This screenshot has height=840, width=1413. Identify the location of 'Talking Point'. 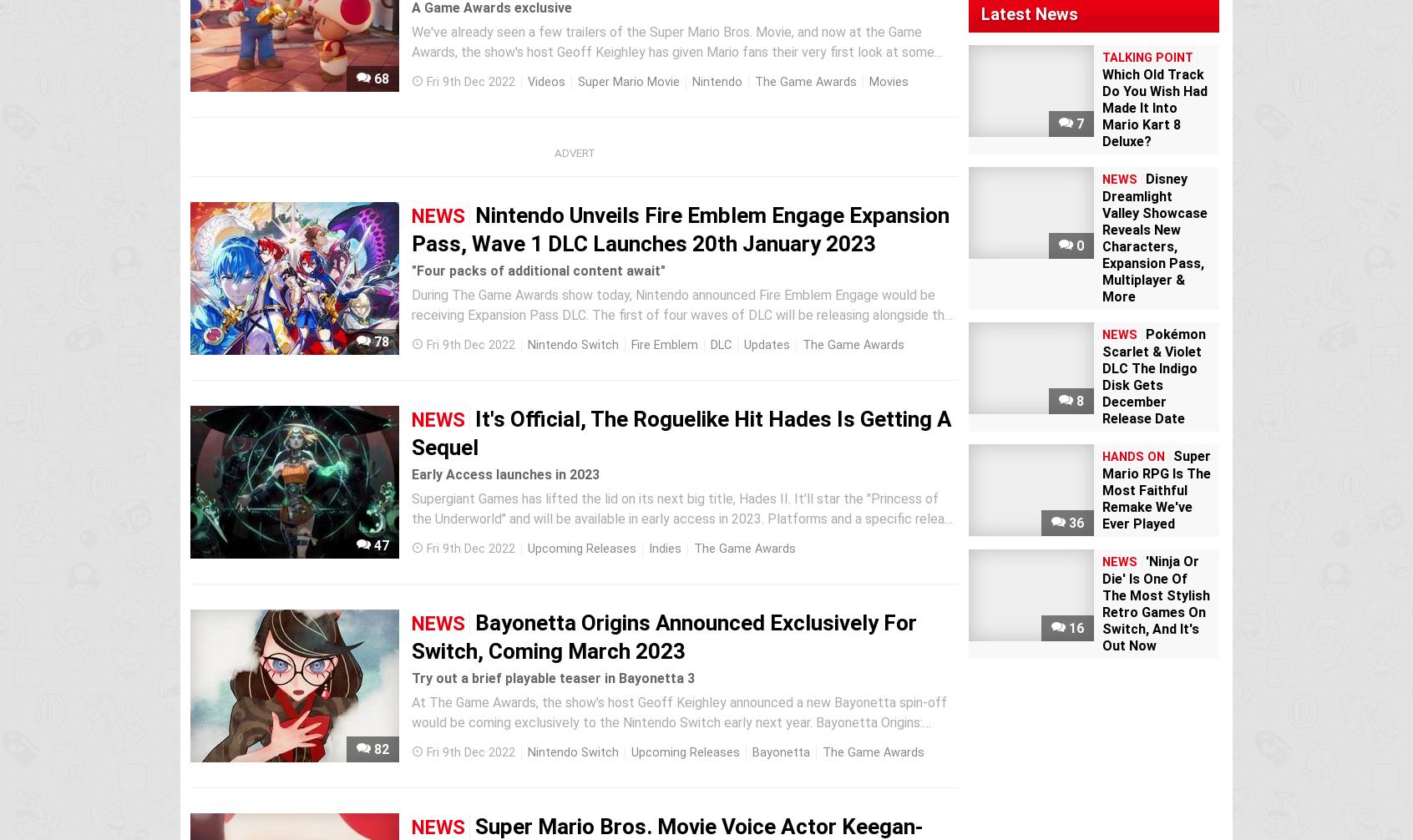
(1147, 58).